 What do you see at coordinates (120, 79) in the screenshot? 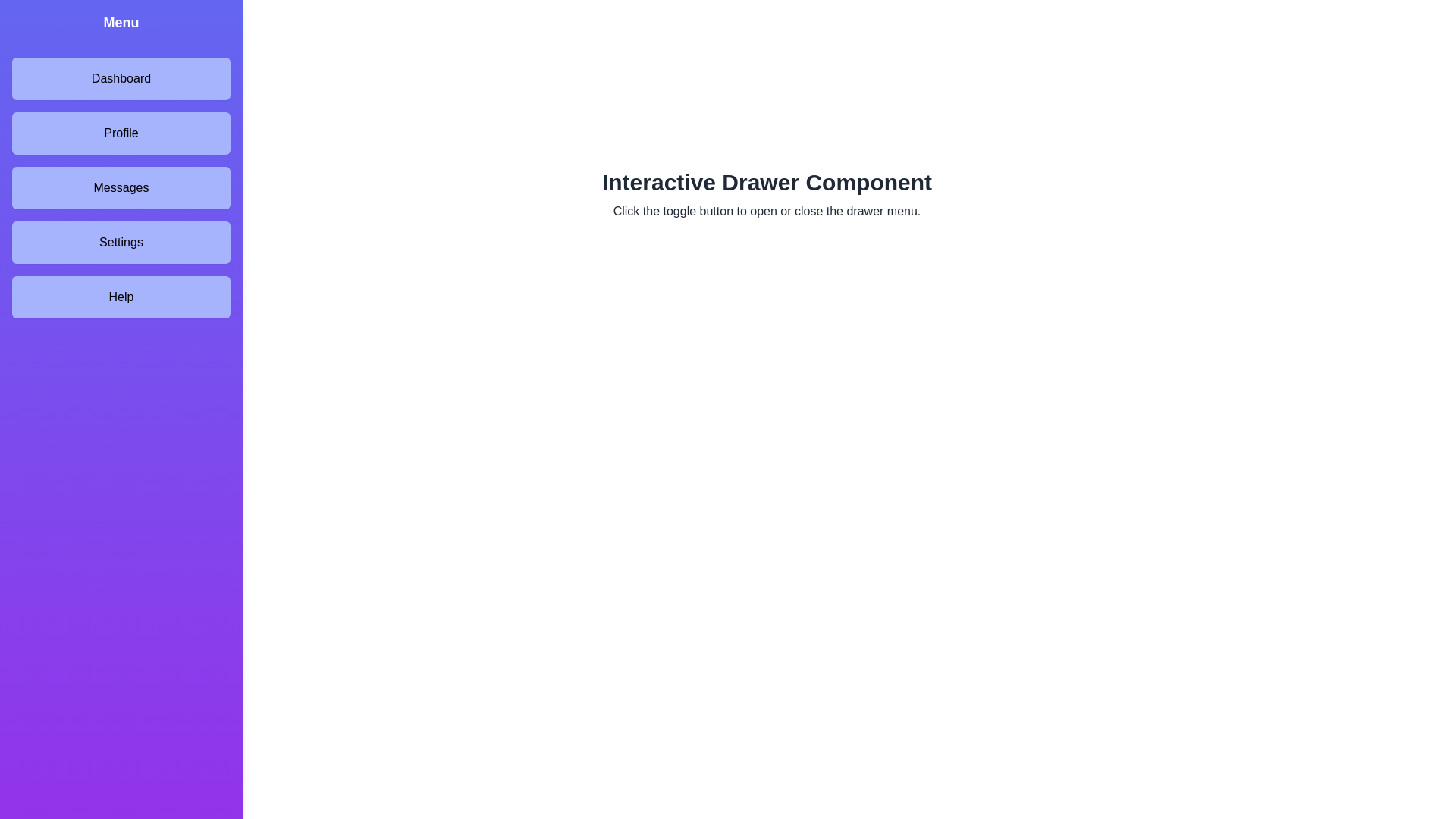
I see `the menu item labeled Dashboard by clicking on it` at bounding box center [120, 79].